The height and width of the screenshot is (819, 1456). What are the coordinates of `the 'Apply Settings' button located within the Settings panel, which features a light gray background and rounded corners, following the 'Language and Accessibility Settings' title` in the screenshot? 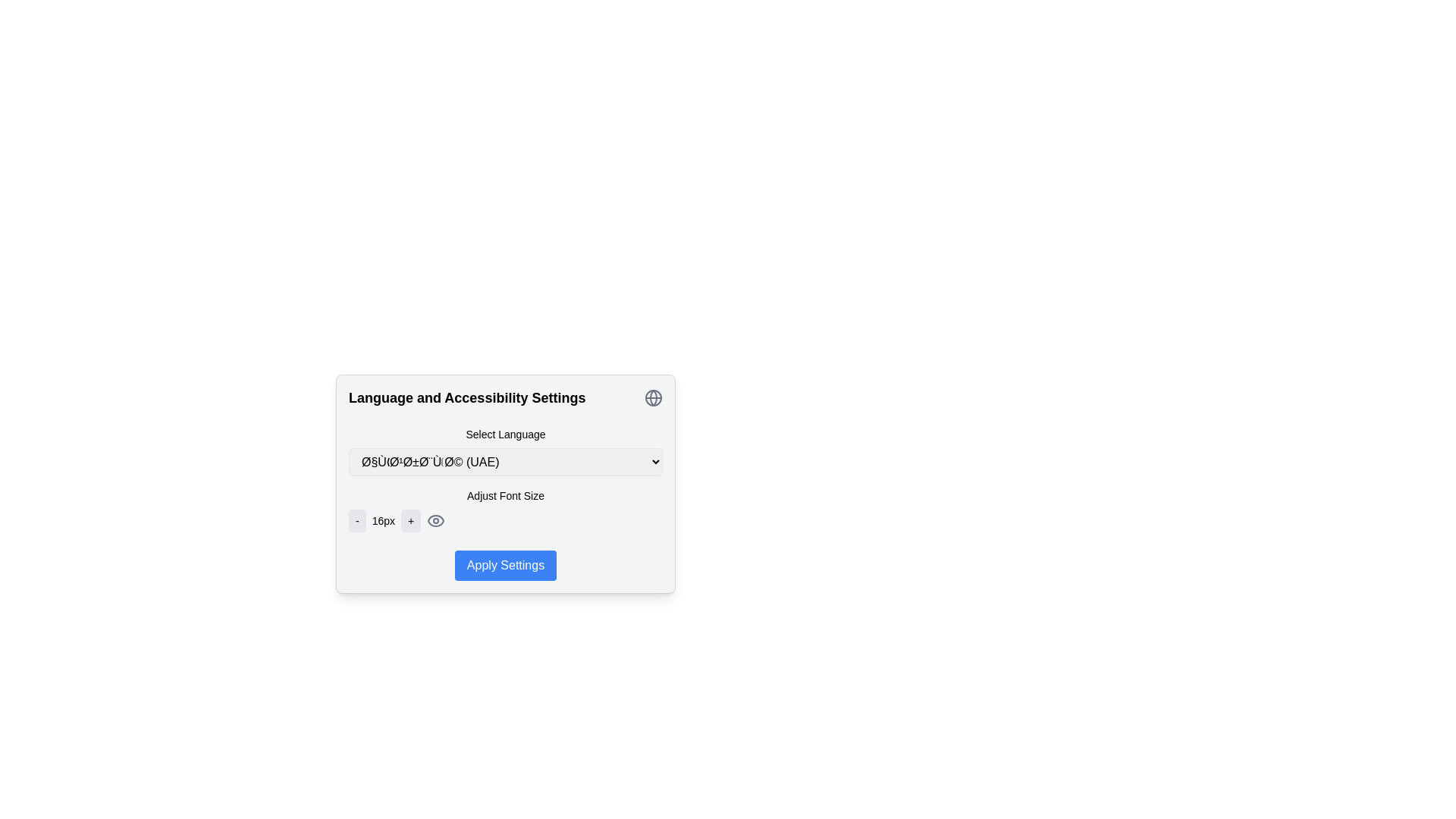 It's located at (506, 483).